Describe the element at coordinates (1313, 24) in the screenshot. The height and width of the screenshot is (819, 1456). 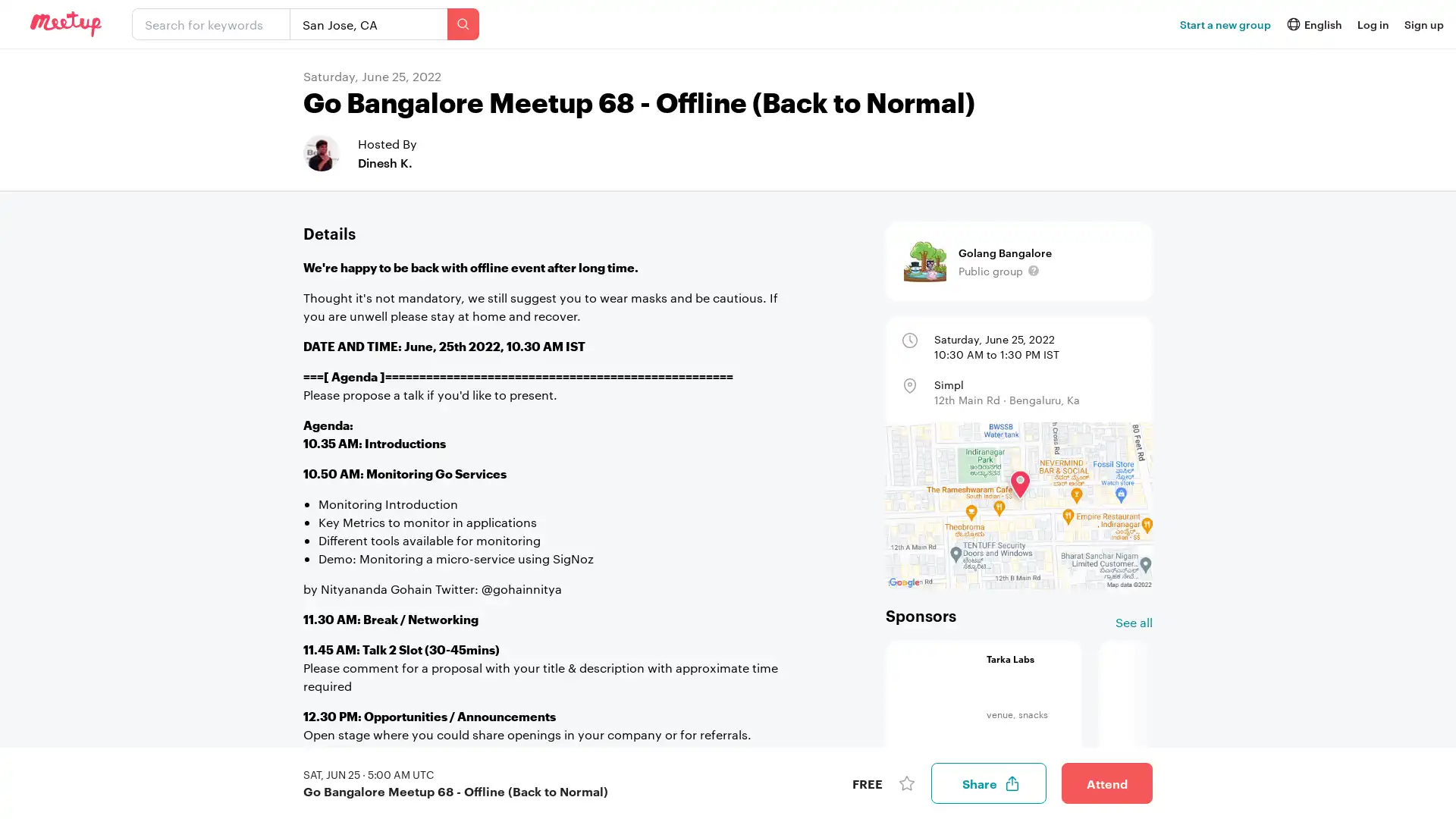
I see `icon English` at that location.